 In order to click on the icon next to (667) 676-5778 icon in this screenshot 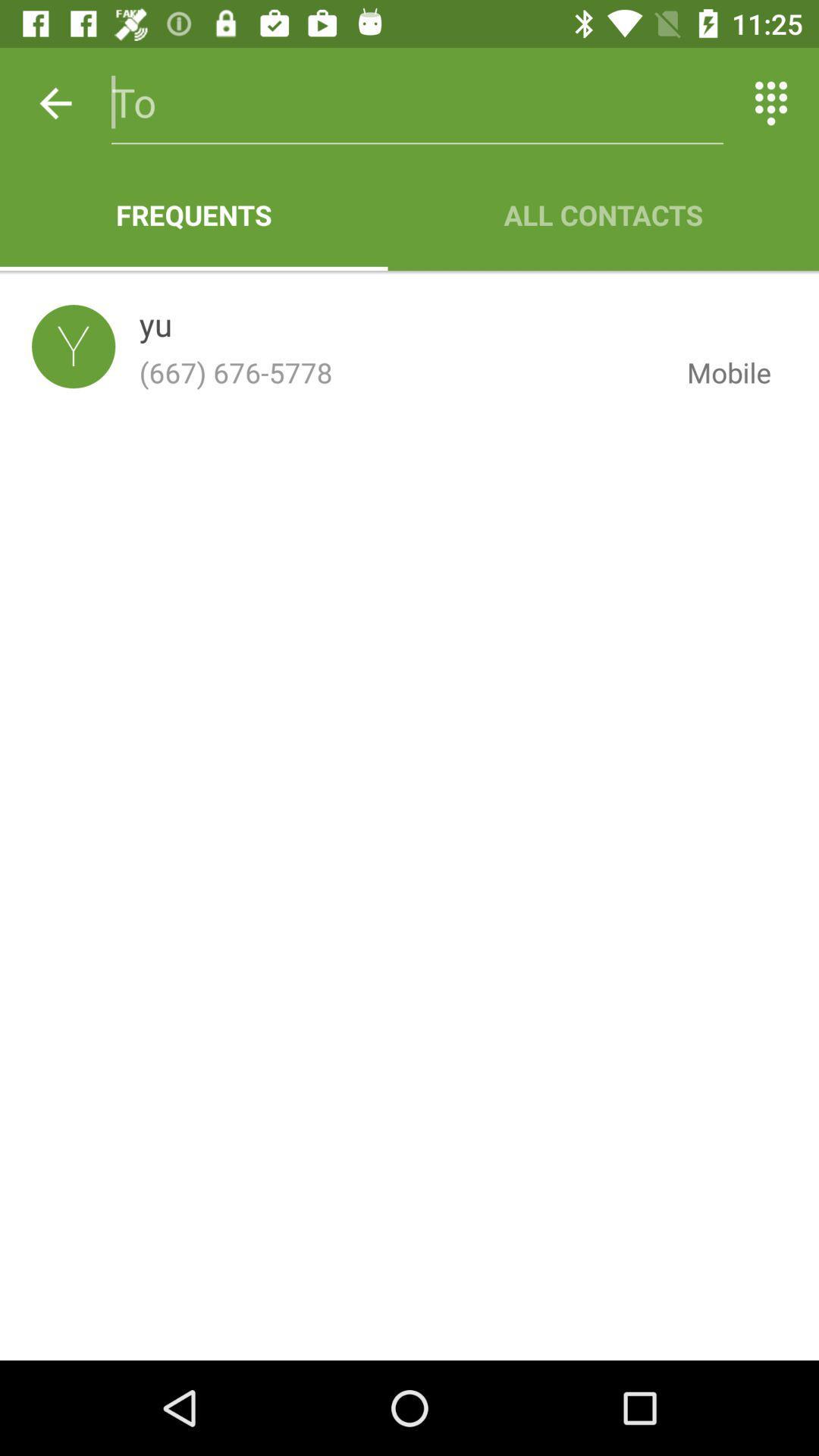, I will do `click(717, 372)`.